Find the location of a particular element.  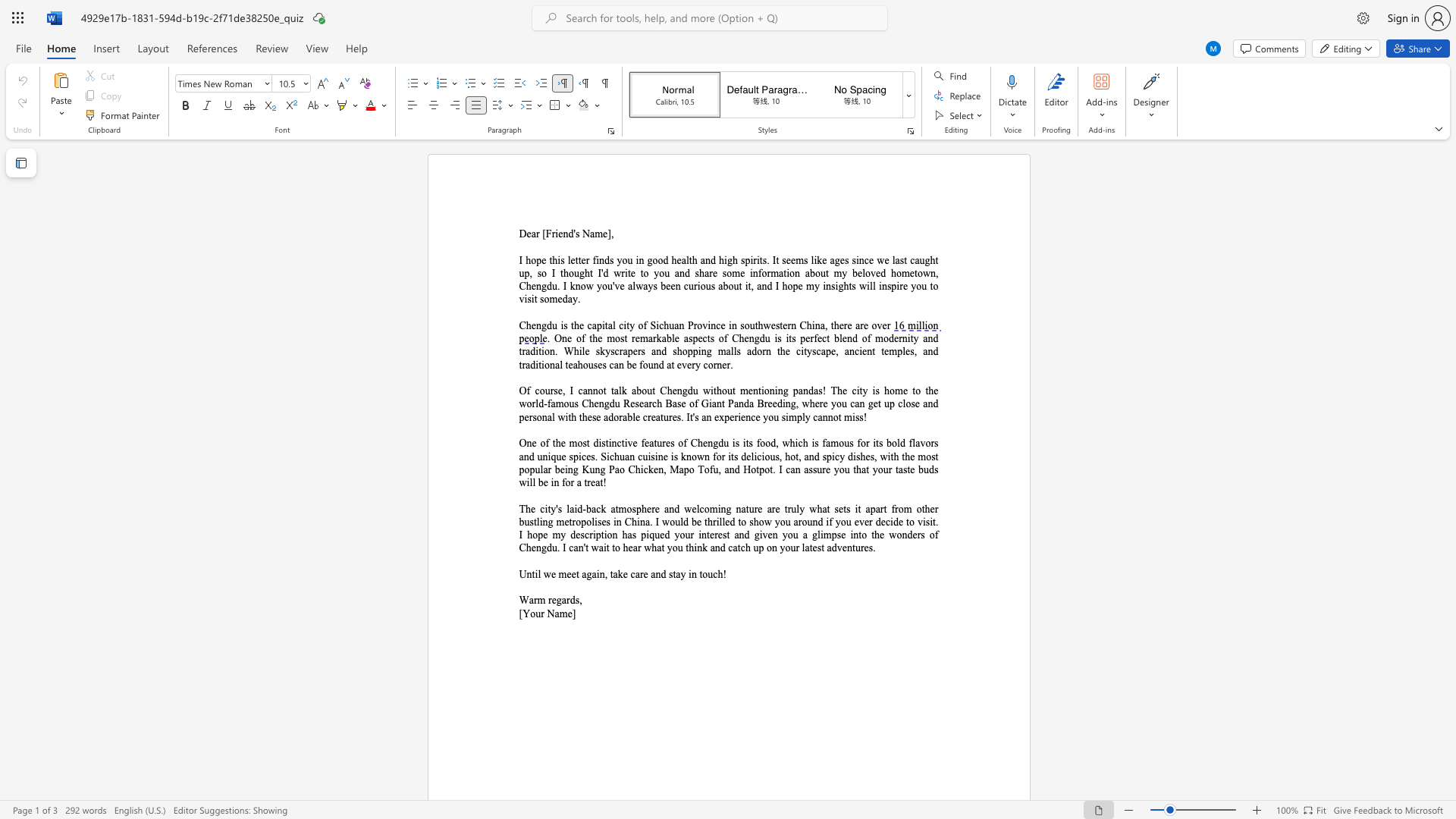

the subset text "I kn" within the text "write to you and share some information about my beloved hometown, Chengdu. I know" is located at coordinates (562, 286).